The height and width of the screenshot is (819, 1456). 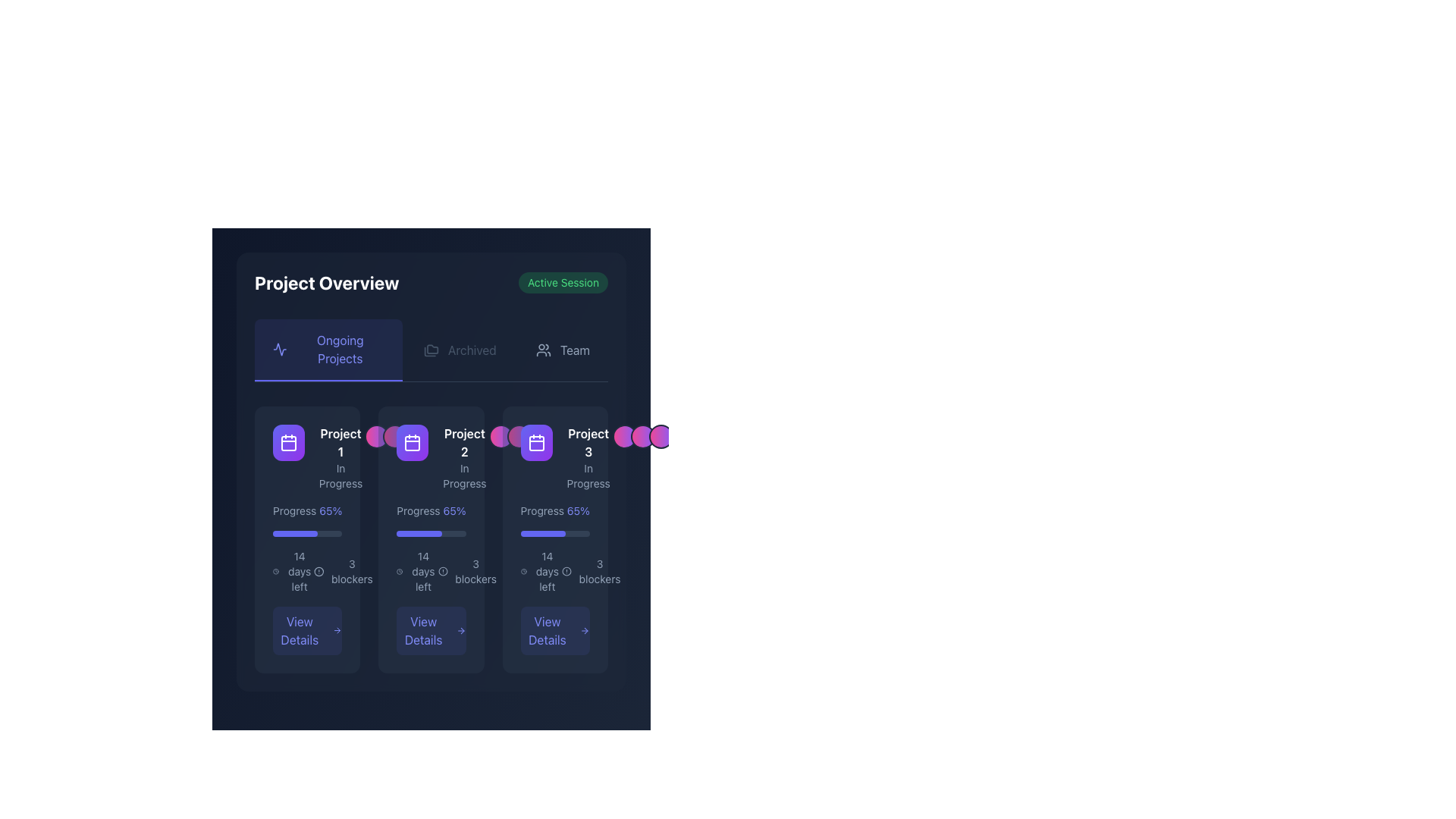 What do you see at coordinates (661, 436) in the screenshot?
I see `the third circular graphical indicator located to the right of the horizontal group below the 'Project 3' header` at bounding box center [661, 436].